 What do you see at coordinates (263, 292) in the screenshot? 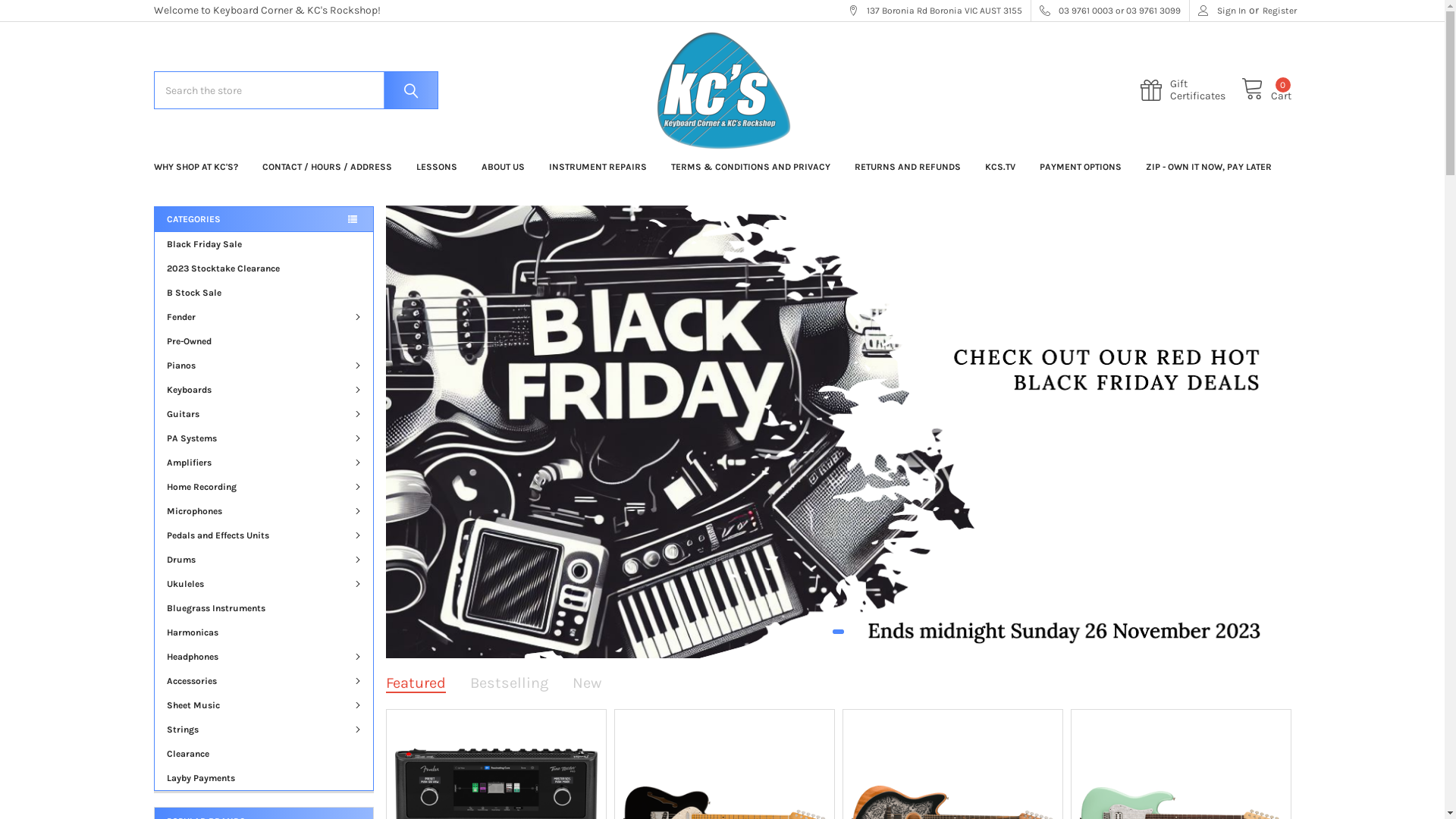
I see `'B Stock Sale'` at bounding box center [263, 292].